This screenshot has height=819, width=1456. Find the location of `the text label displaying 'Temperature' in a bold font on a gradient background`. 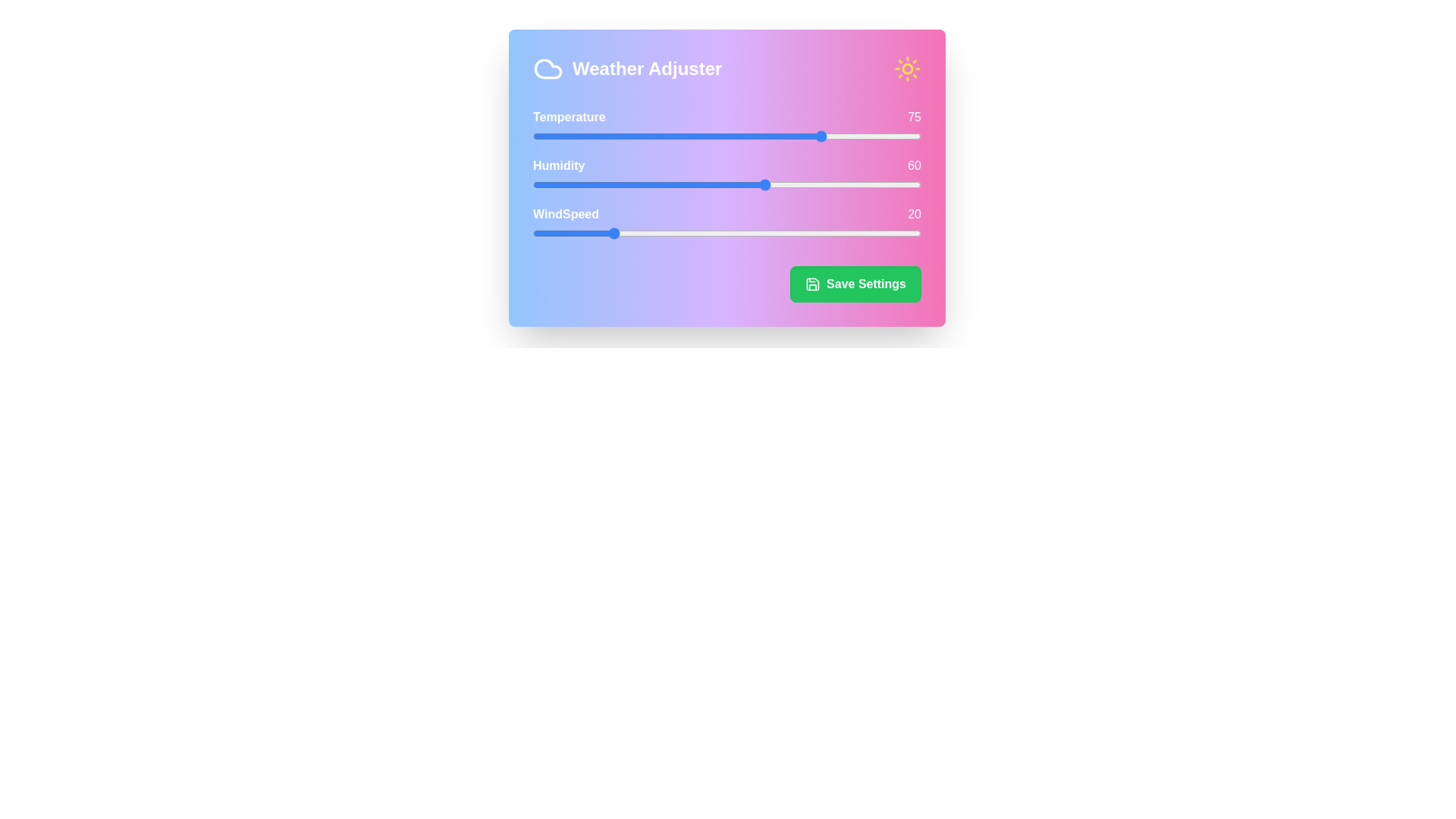

the text label displaying 'Temperature' in a bold font on a gradient background is located at coordinates (568, 116).